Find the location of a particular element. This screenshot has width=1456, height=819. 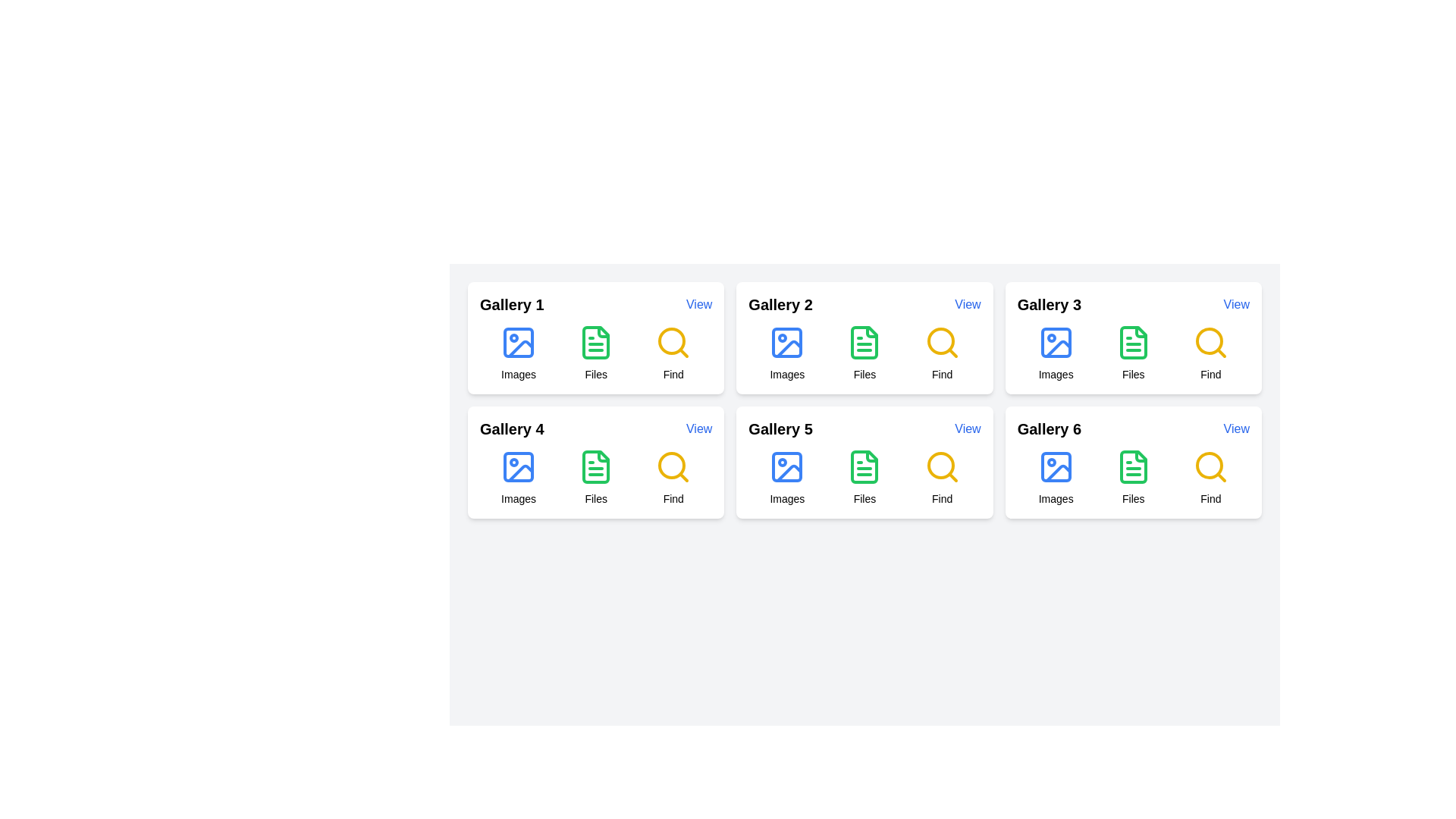

the handle of the magnifying glass in the search icon located within the 'Find' button in the fifth gallery box is located at coordinates (683, 476).